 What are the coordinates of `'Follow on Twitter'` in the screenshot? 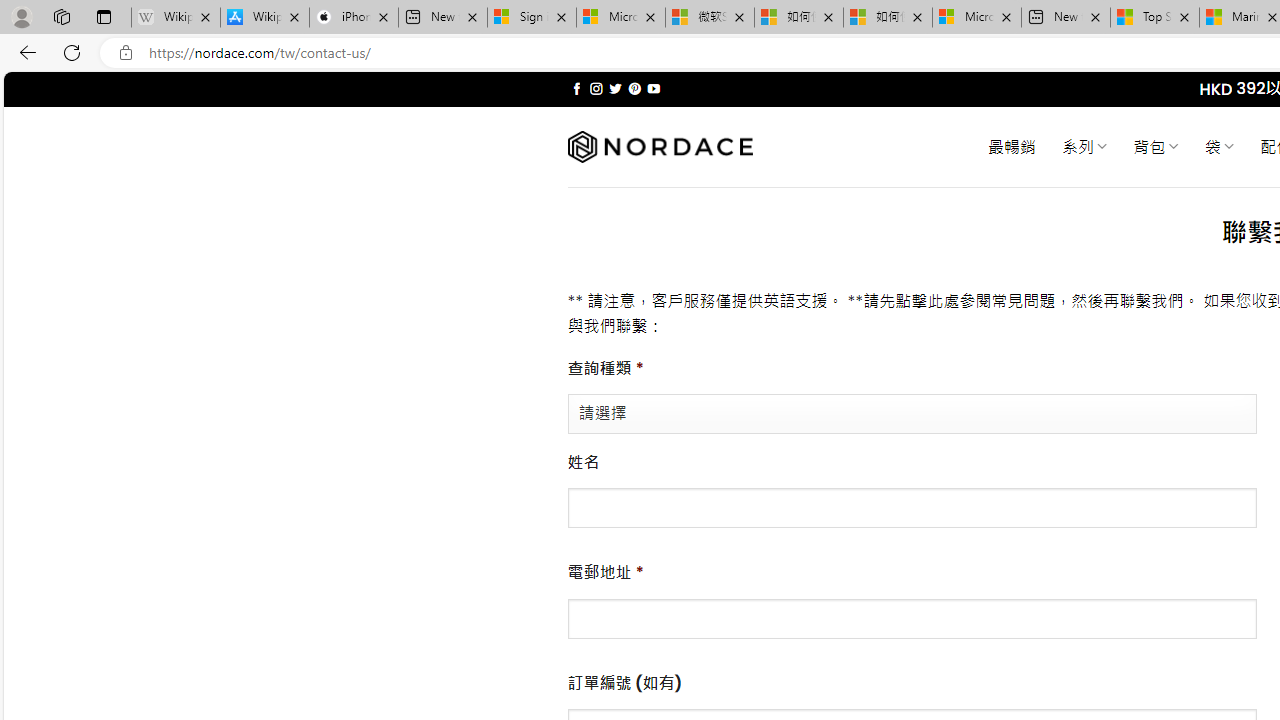 It's located at (614, 88).